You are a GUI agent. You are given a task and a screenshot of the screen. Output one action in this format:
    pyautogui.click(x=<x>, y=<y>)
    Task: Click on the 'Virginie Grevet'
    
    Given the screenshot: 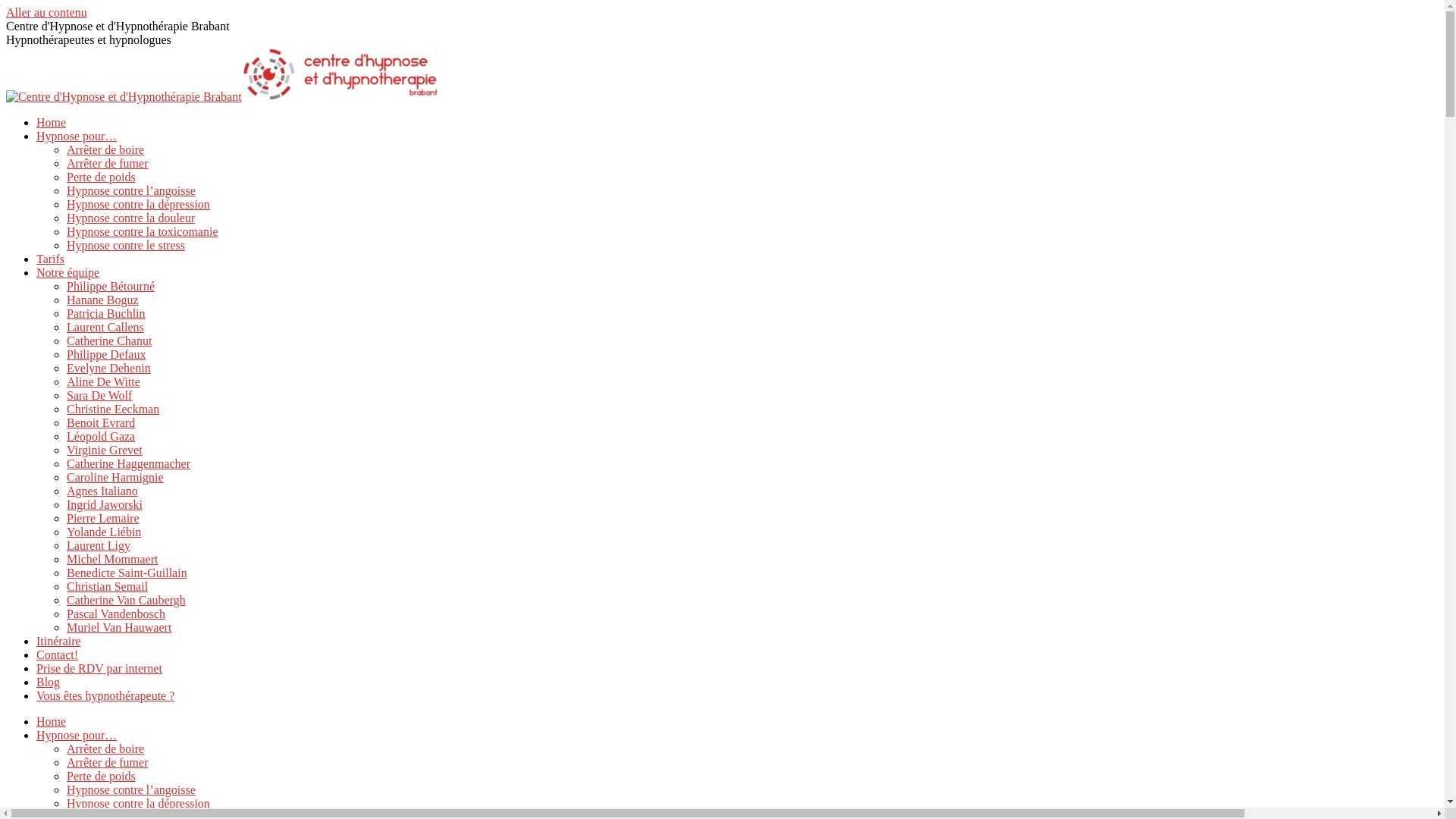 What is the action you would take?
    pyautogui.click(x=104, y=449)
    